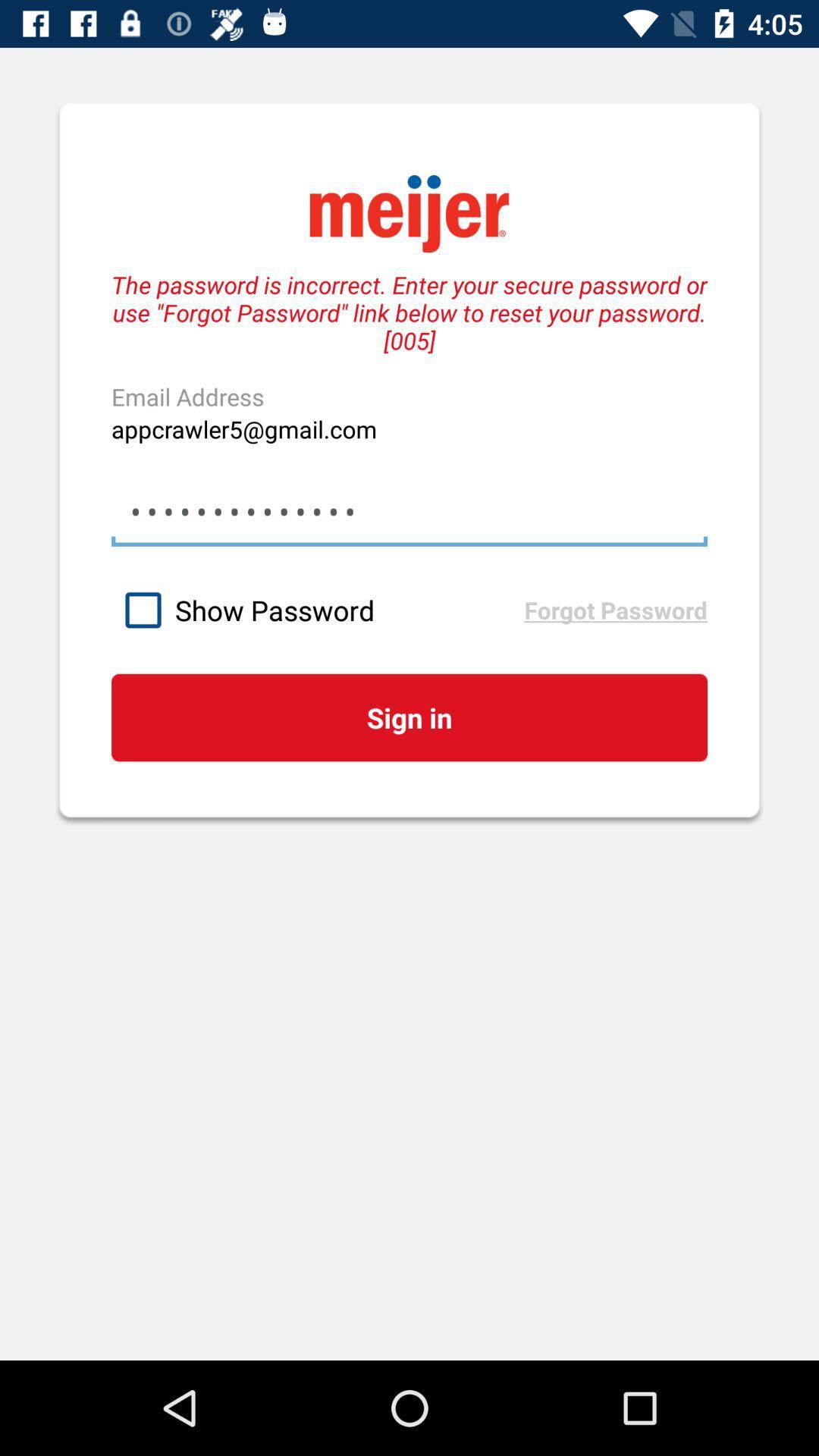 The width and height of the screenshot is (819, 1456). I want to click on appcrawler3116 item, so click(409, 512).